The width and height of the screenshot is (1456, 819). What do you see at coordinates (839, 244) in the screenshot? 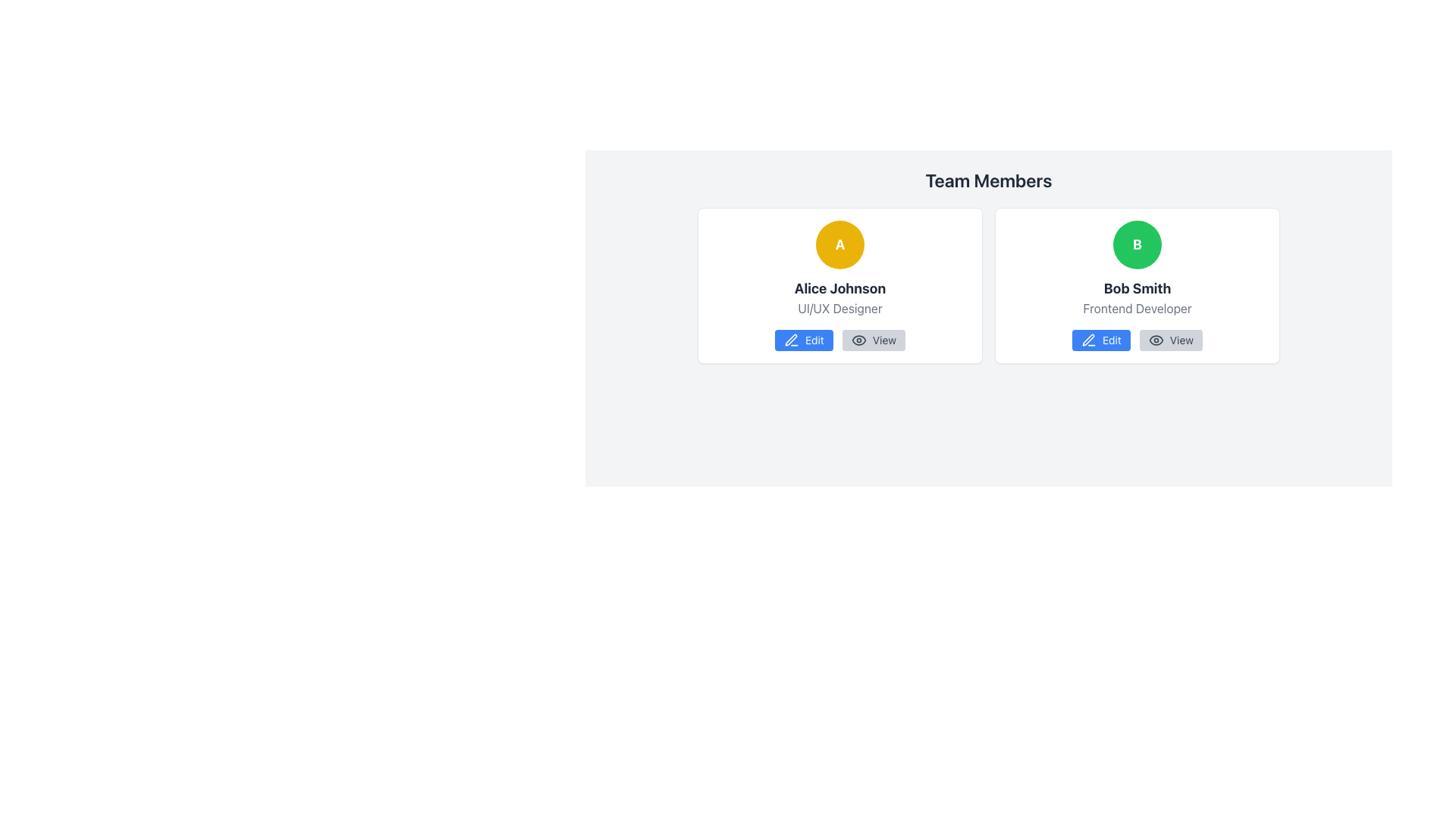
I see `the circular badge with a bright yellow background and a centered white uppercase letter 'A' in bold font located at the upper center of the card labeled 'Alice Johnson'` at bounding box center [839, 244].